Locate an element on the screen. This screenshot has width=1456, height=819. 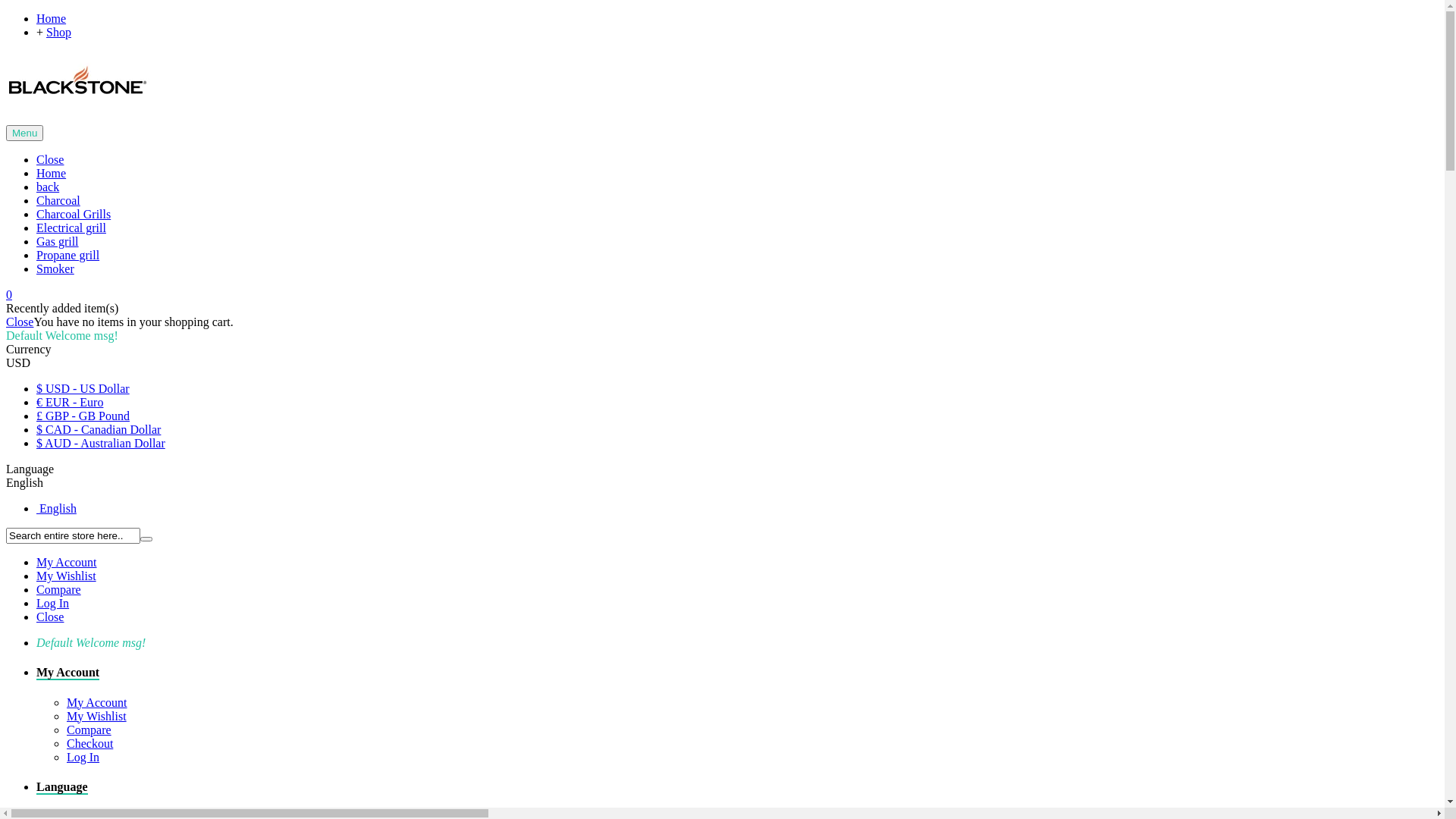
'Shop' is located at coordinates (58, 32).